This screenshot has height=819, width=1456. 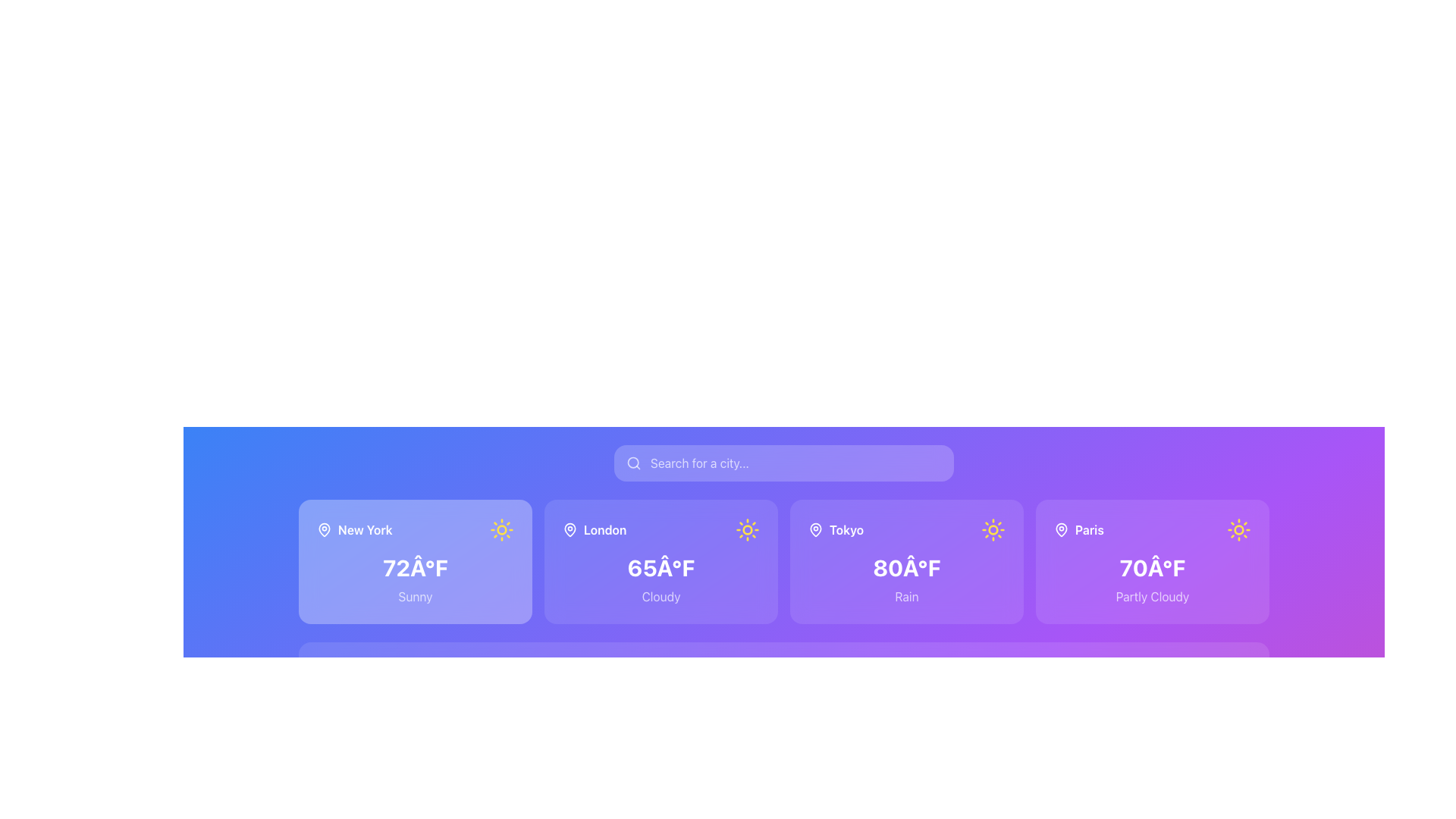 I want to click on the temperature display element that shows the current temperature for 'New York' within the weather card, so click(x=415, y=567).